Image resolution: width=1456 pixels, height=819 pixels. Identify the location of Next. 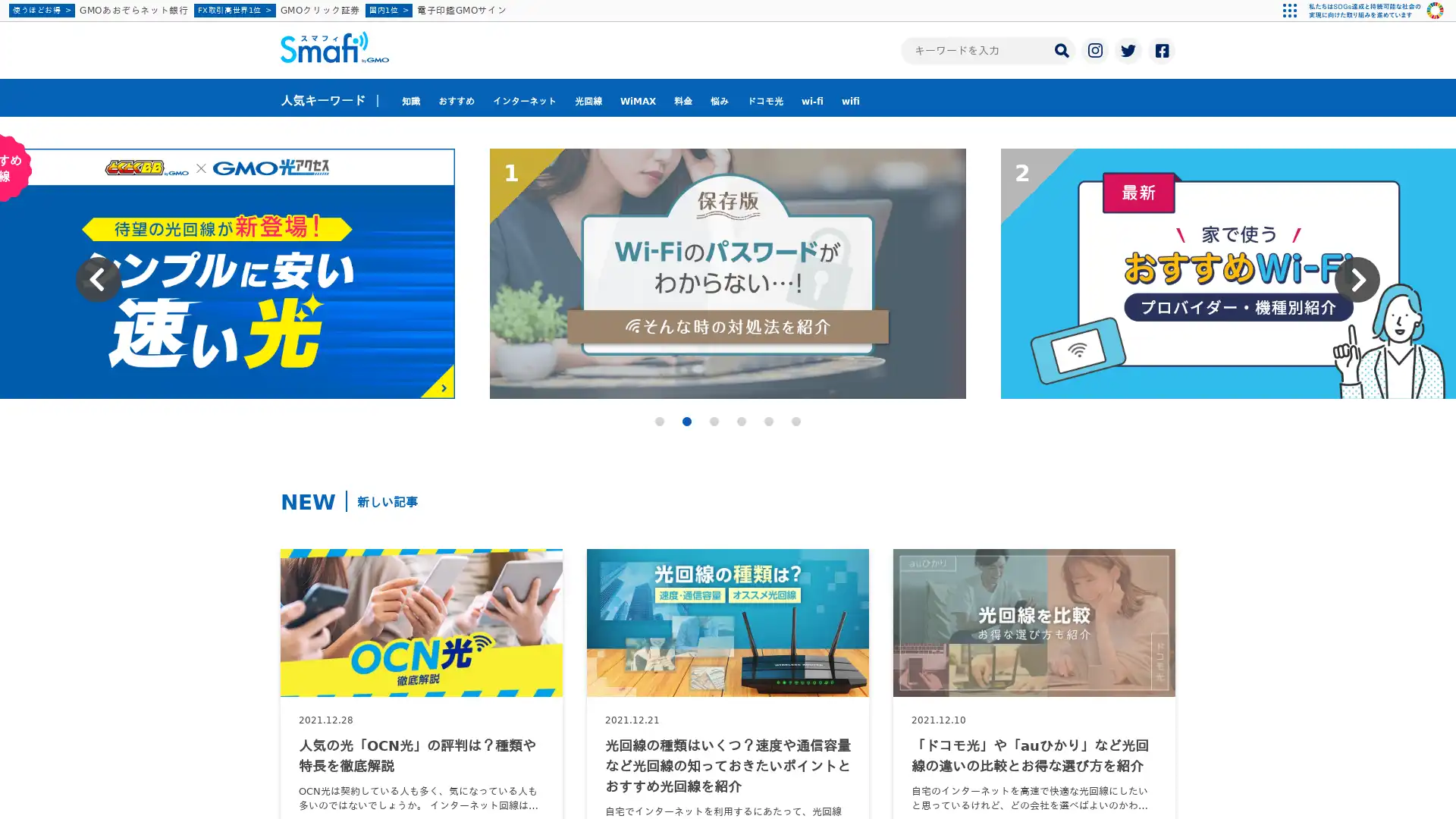
(1357, 280).